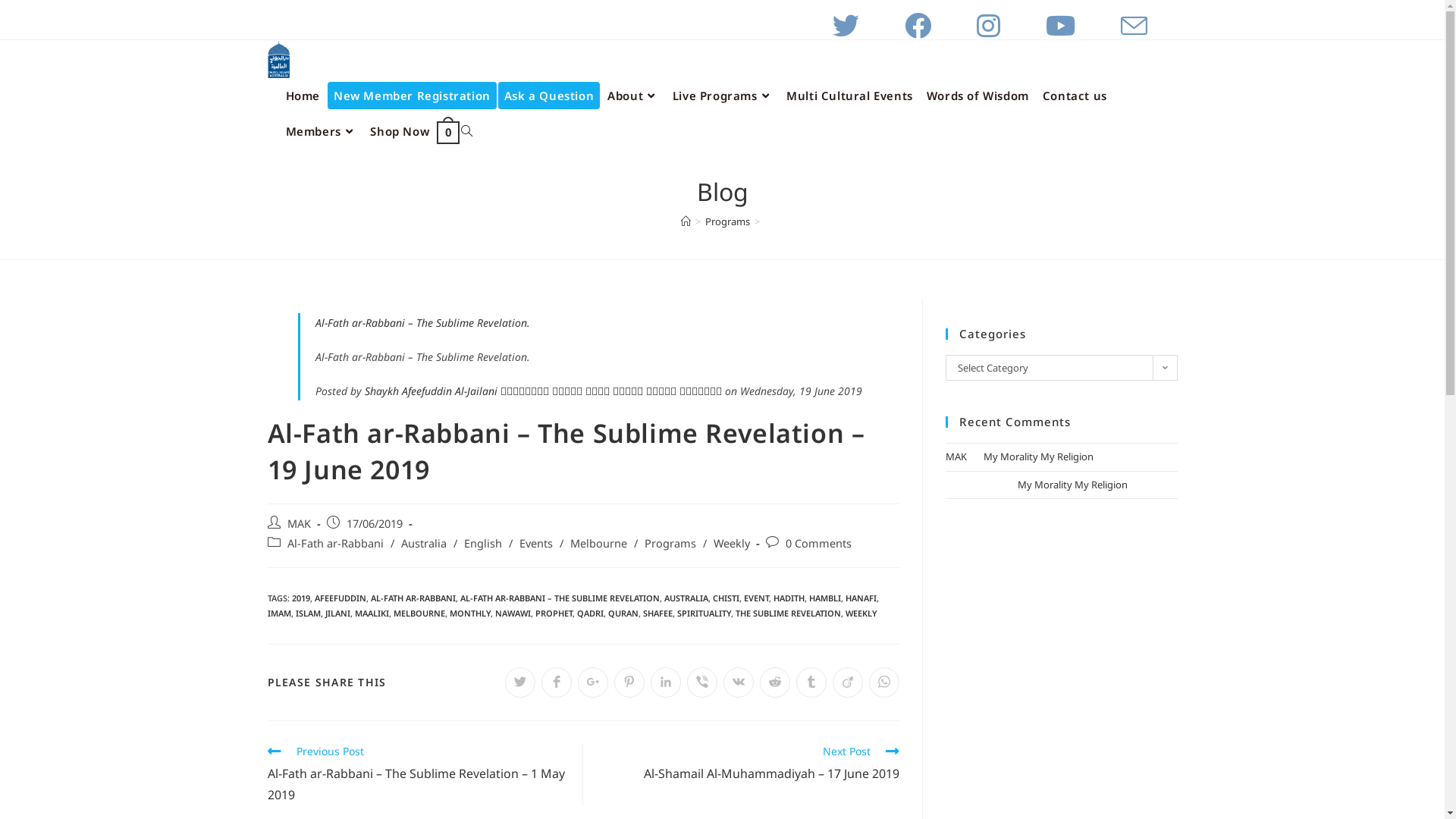 The height and width of the screenshot is (819, 1456). Describe the element at coordinates (512, 612) in the screenshot. I see `'NAWAWI'` at that location.